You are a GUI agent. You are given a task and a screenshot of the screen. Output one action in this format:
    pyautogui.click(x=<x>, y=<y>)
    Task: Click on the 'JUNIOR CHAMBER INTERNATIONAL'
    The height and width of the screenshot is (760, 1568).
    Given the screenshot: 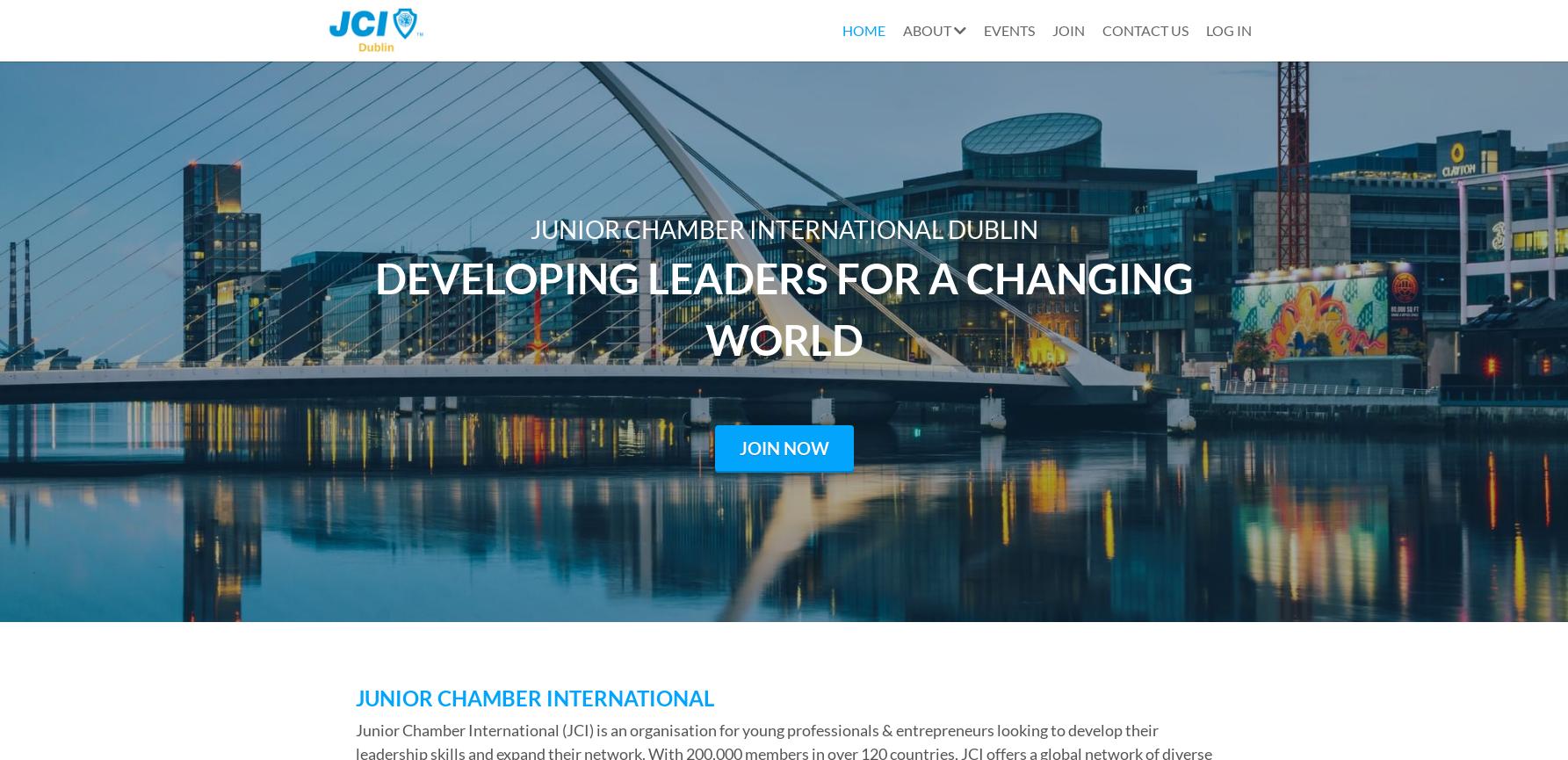 What is the action you would take?
    pyautogui.click(x=533, y=696)
    